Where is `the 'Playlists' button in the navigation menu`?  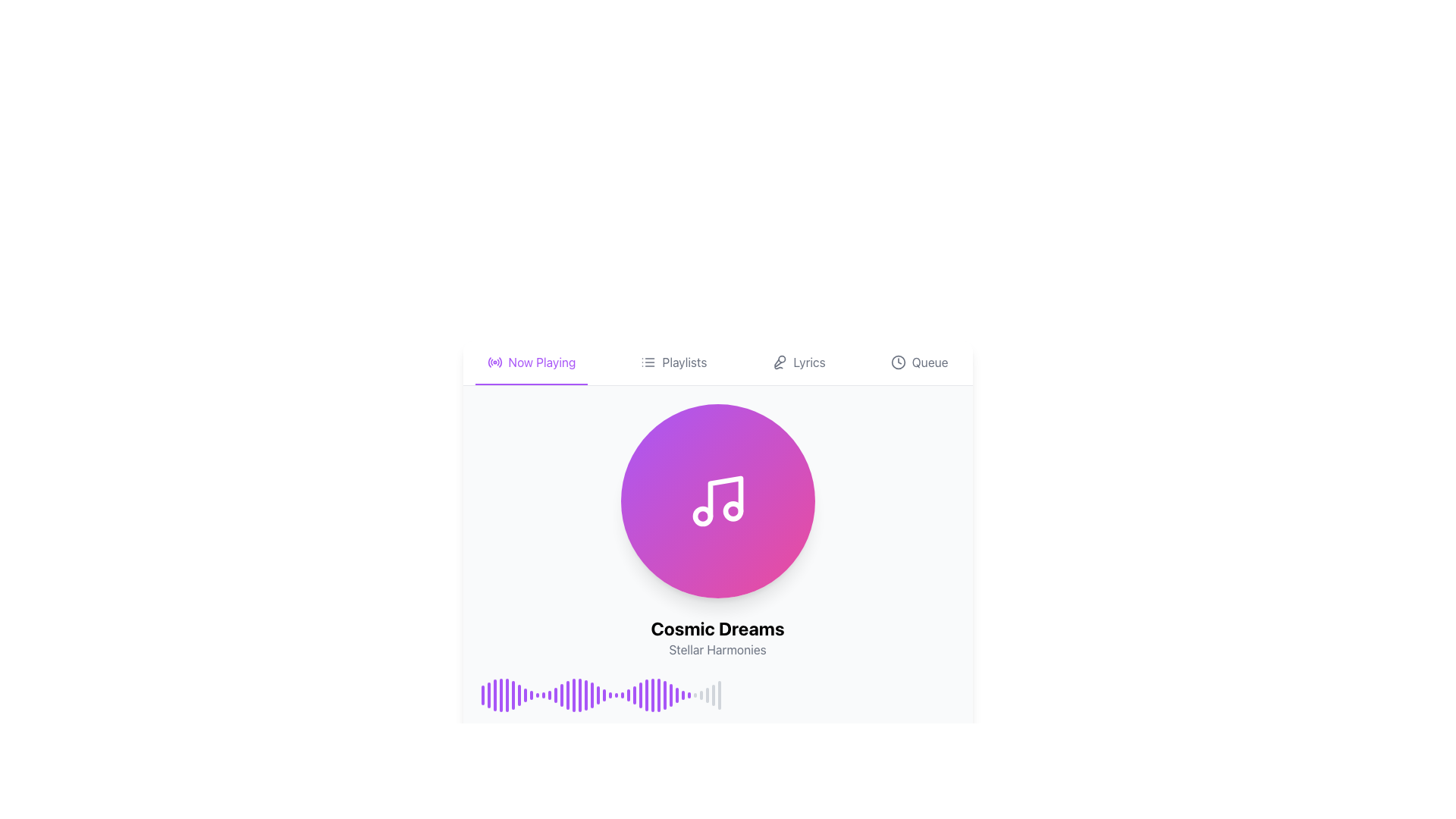
the 'Playlists' button in the navigation menu is located at coordinates (673, 362).